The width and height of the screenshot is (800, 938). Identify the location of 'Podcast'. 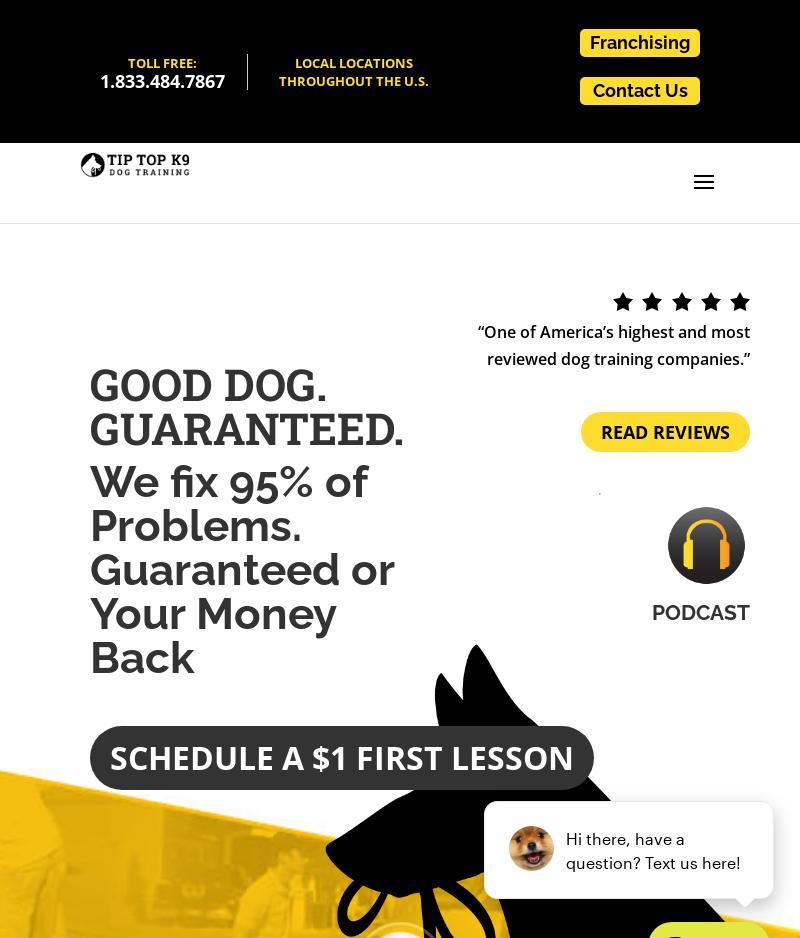
(700, 612).